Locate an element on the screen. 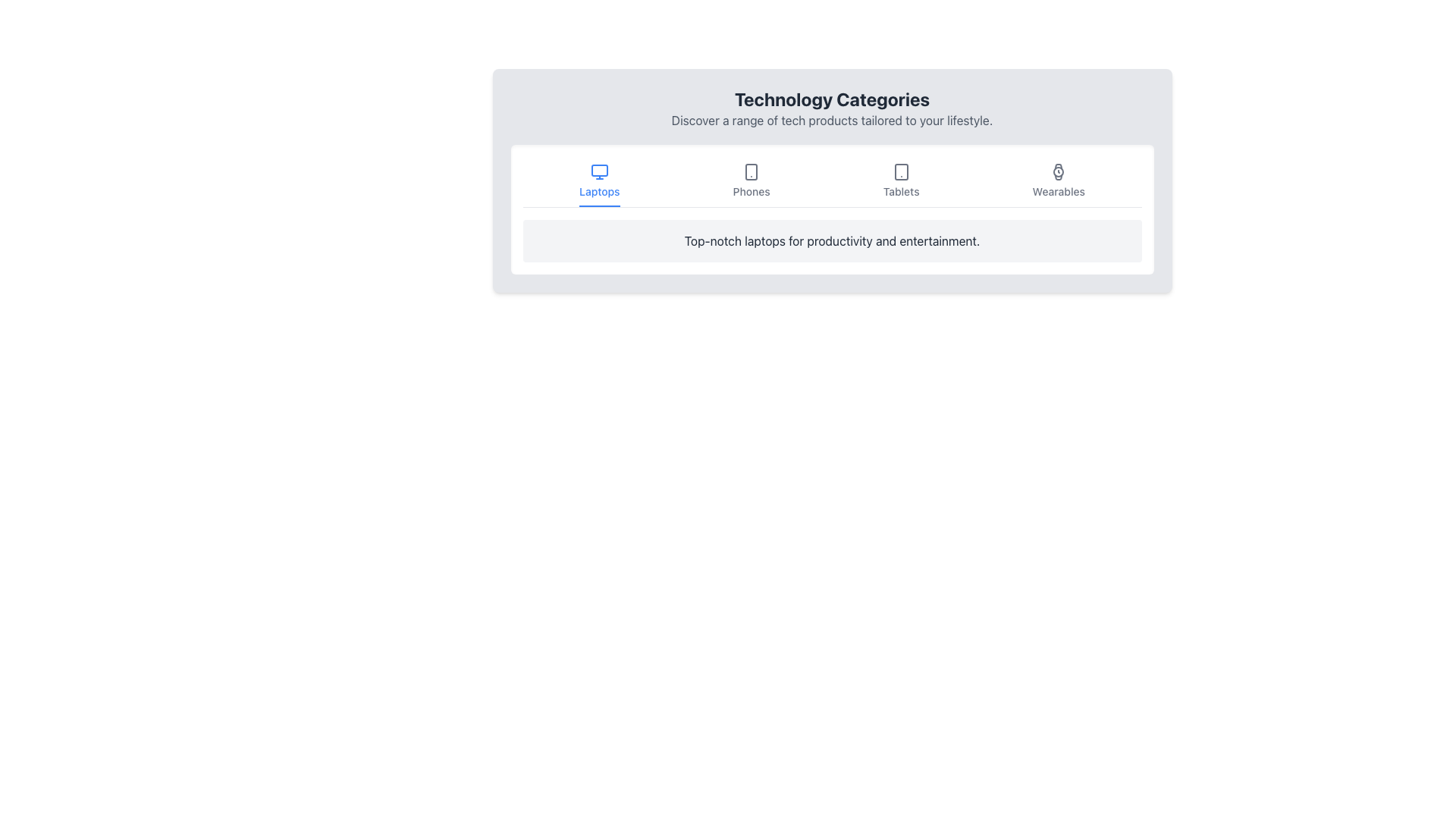 This screenshot has height=819, width=1456. the tablet icon in the 'Tablets' section to trigger the tooltip is located at coordinates (901, 171).